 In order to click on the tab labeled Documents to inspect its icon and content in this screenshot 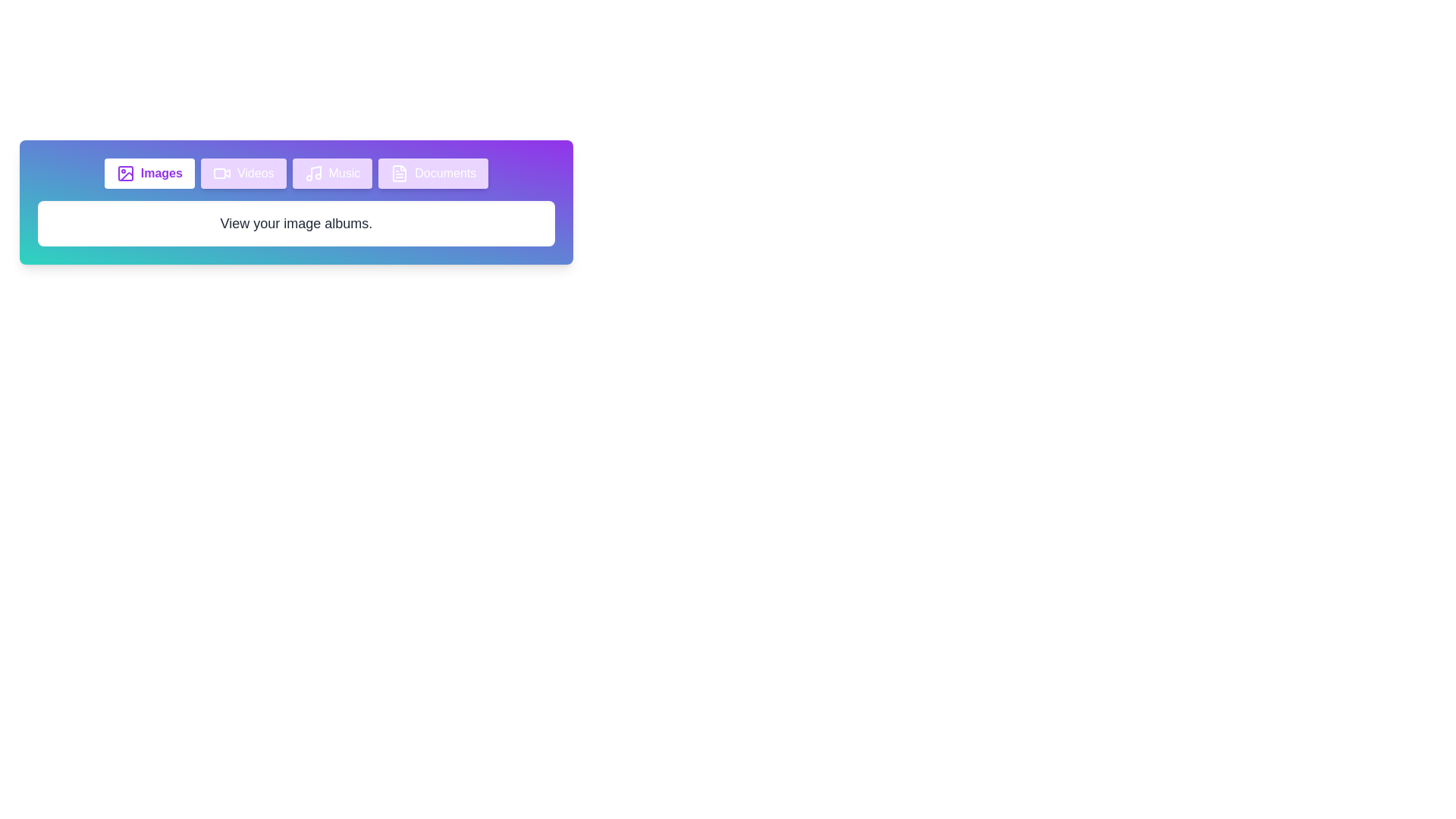, I will do `click(432, 172)`.